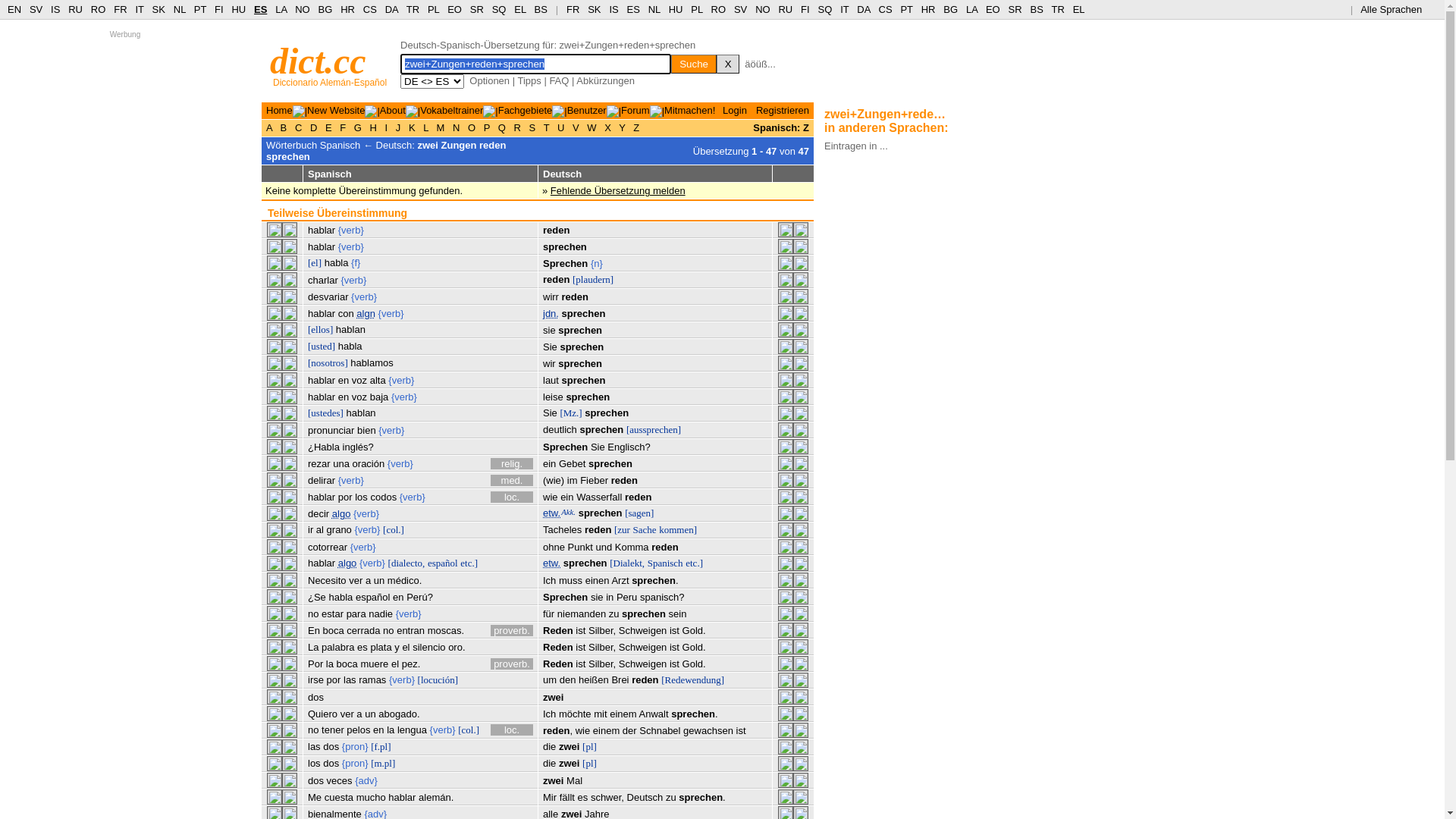 The height and width of the screenshot is (819, 1456). I want to click on 'Ich', so click(548, 580).